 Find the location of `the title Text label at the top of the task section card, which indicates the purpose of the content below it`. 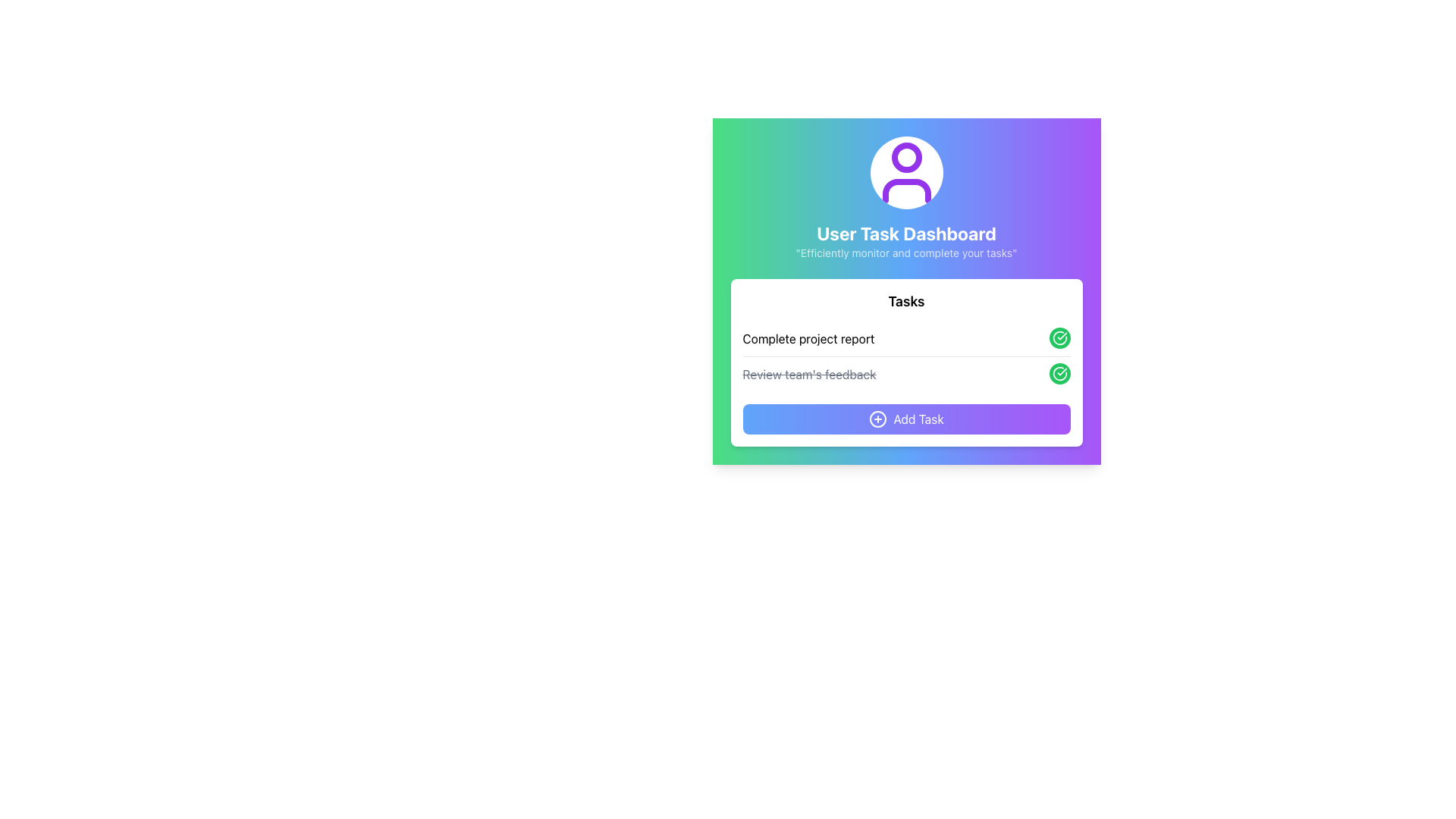

the title Text label at the top of the task section card, which indicates the purpose of the content below it is located at coordinates (906, 301).